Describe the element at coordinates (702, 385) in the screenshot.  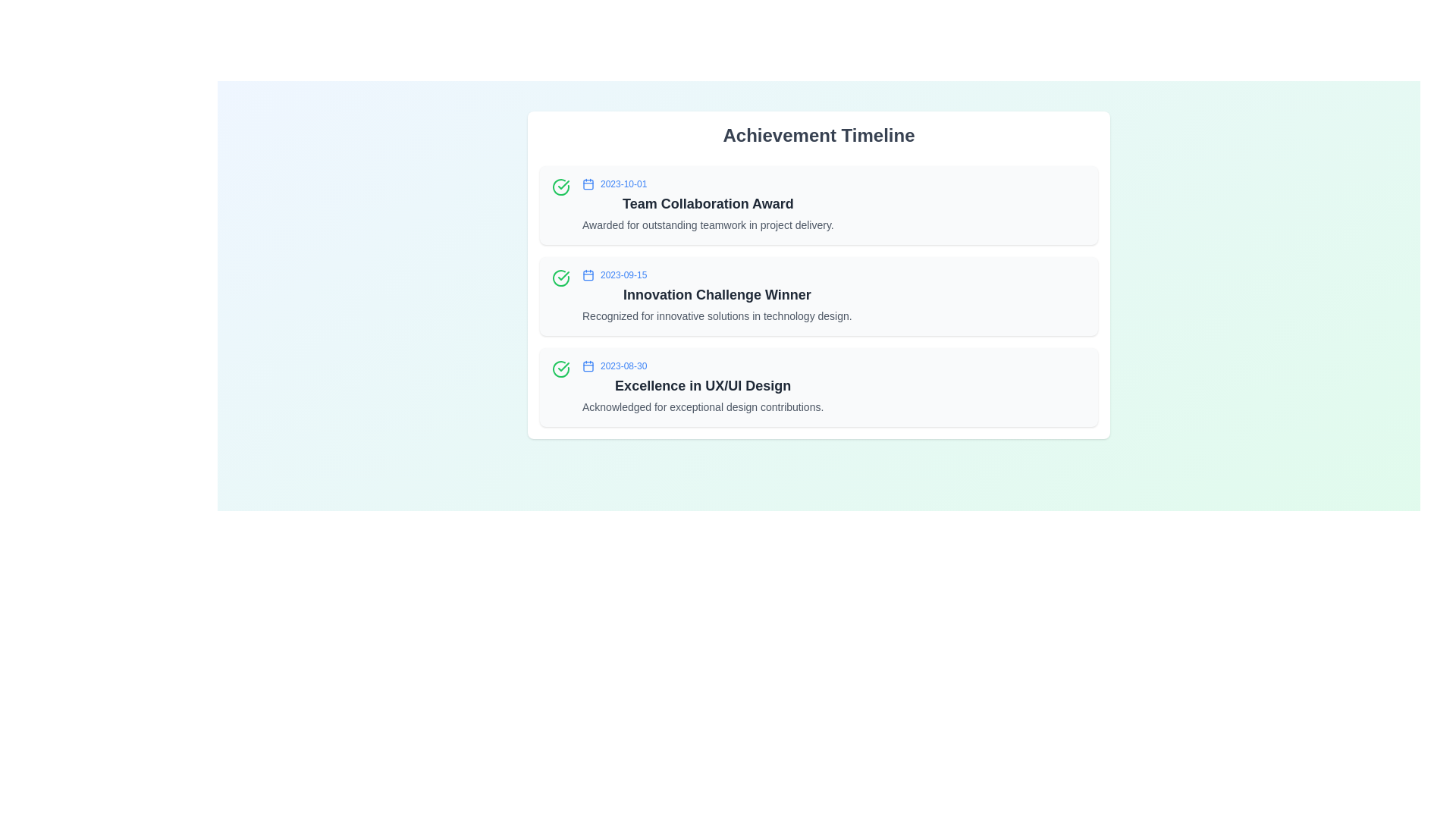
I see `text of the third title item in the achievement list, which is located between 'Innovation Challenge Winner' and 'Acknowledged for exceptional design contributions.'` at that location.